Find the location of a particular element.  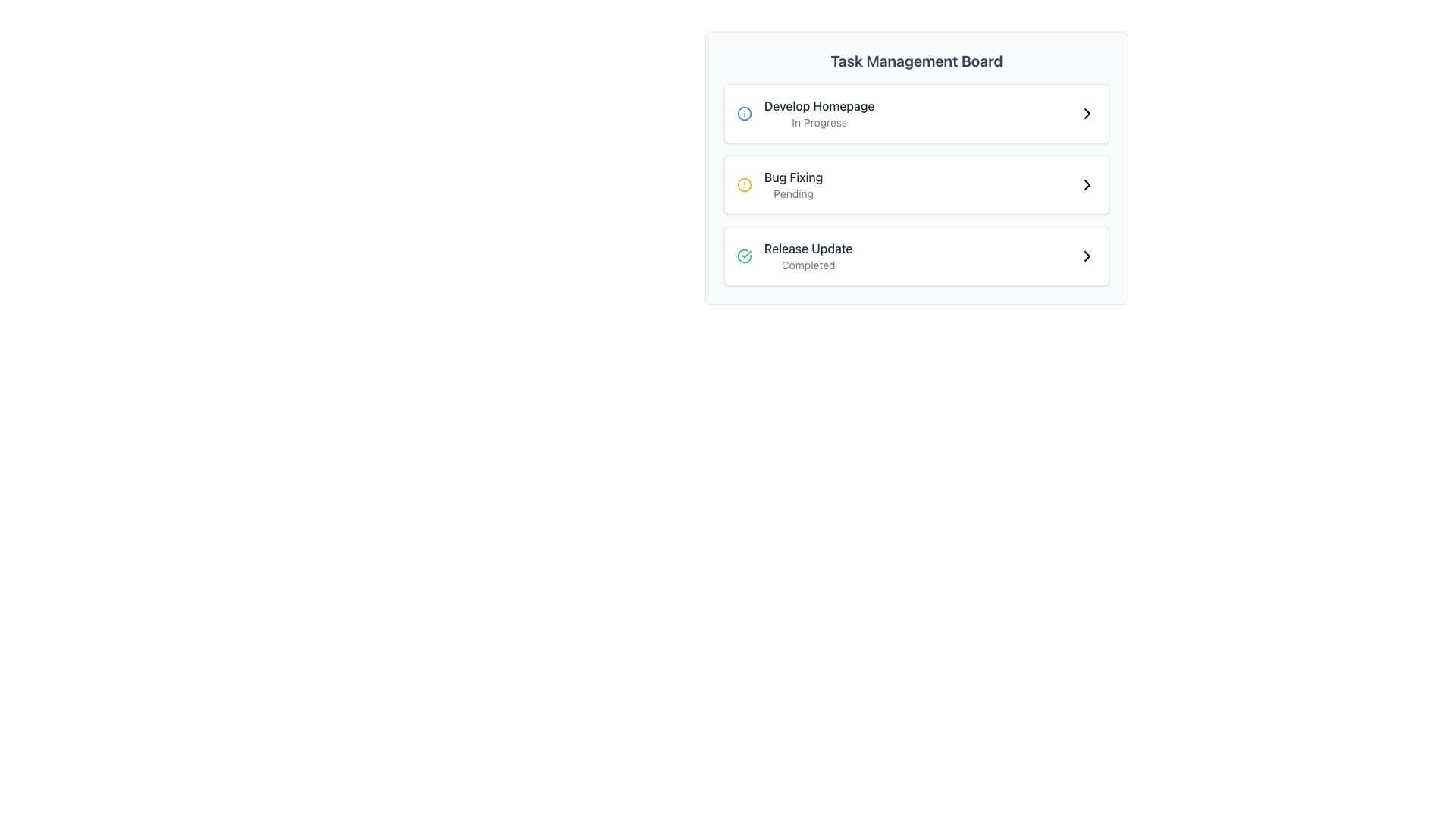

the title 'Develop Homepage' in the task list is located at coordinates (805, 113).